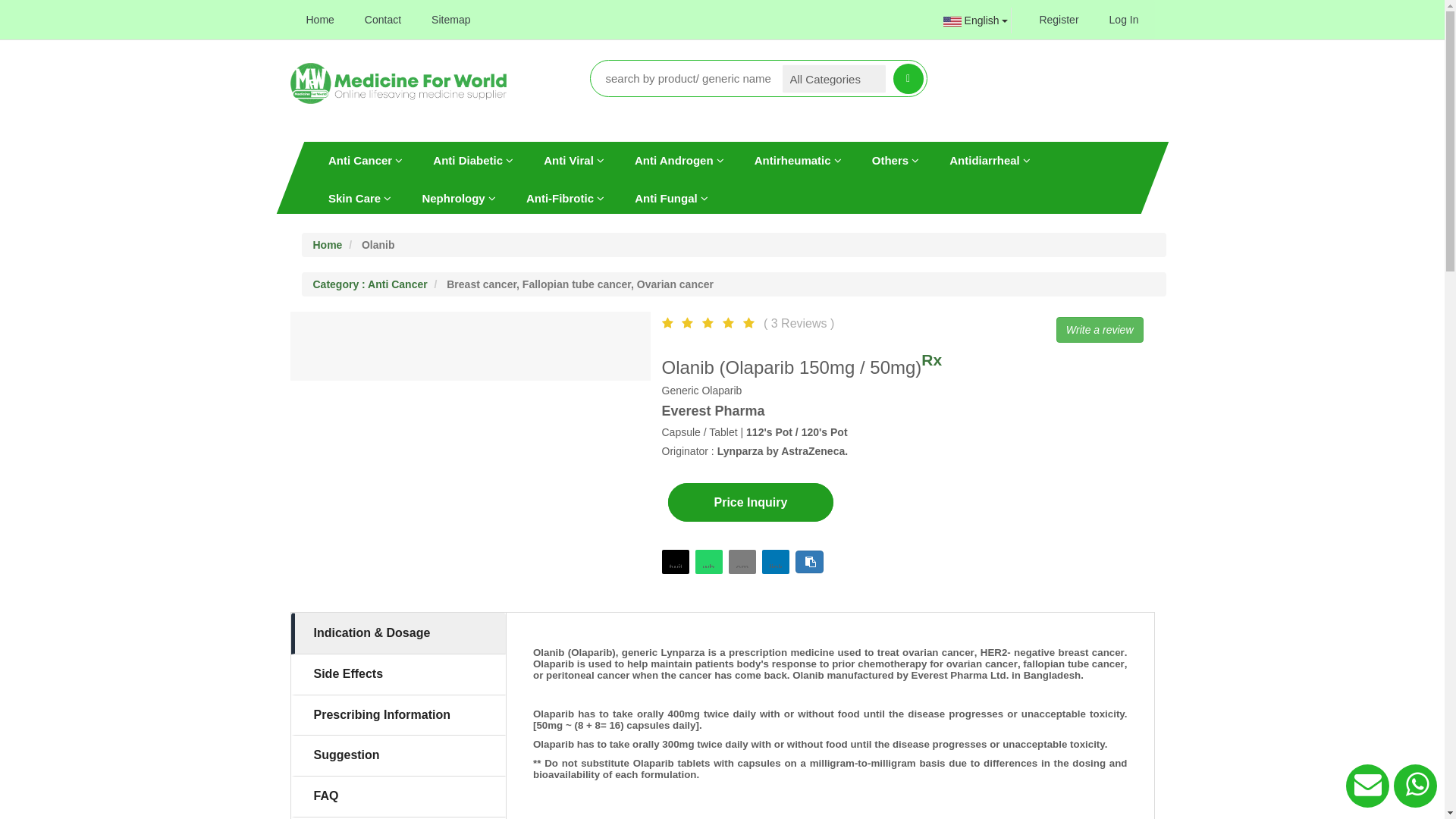 The height and width of the screenshot is (819, 1456). I want to click on 'Anti Diabetic', so click(418, 160).